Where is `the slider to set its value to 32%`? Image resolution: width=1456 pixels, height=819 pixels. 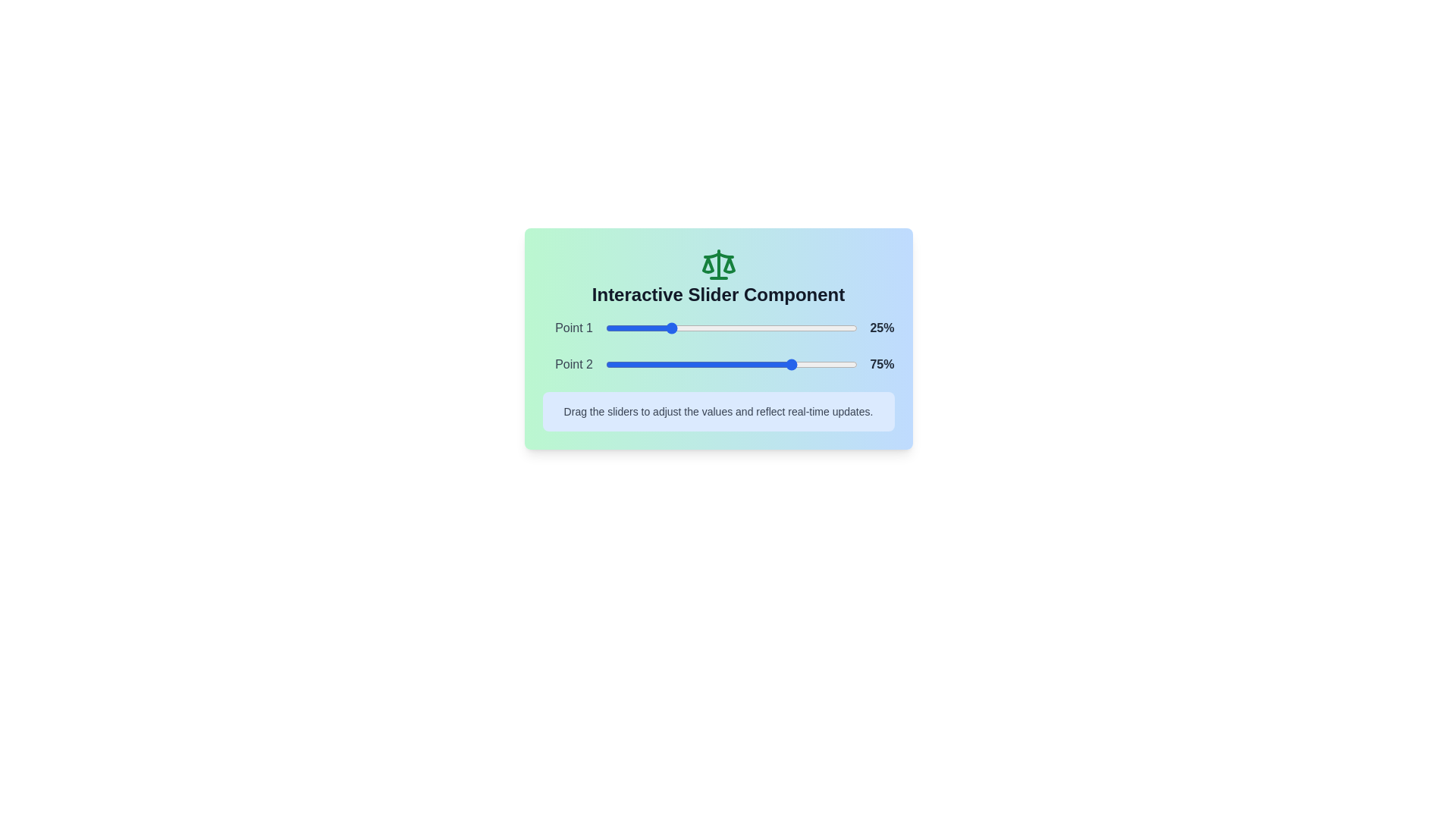
the slider to set its value to 32% is located at coordinates (686, 327).